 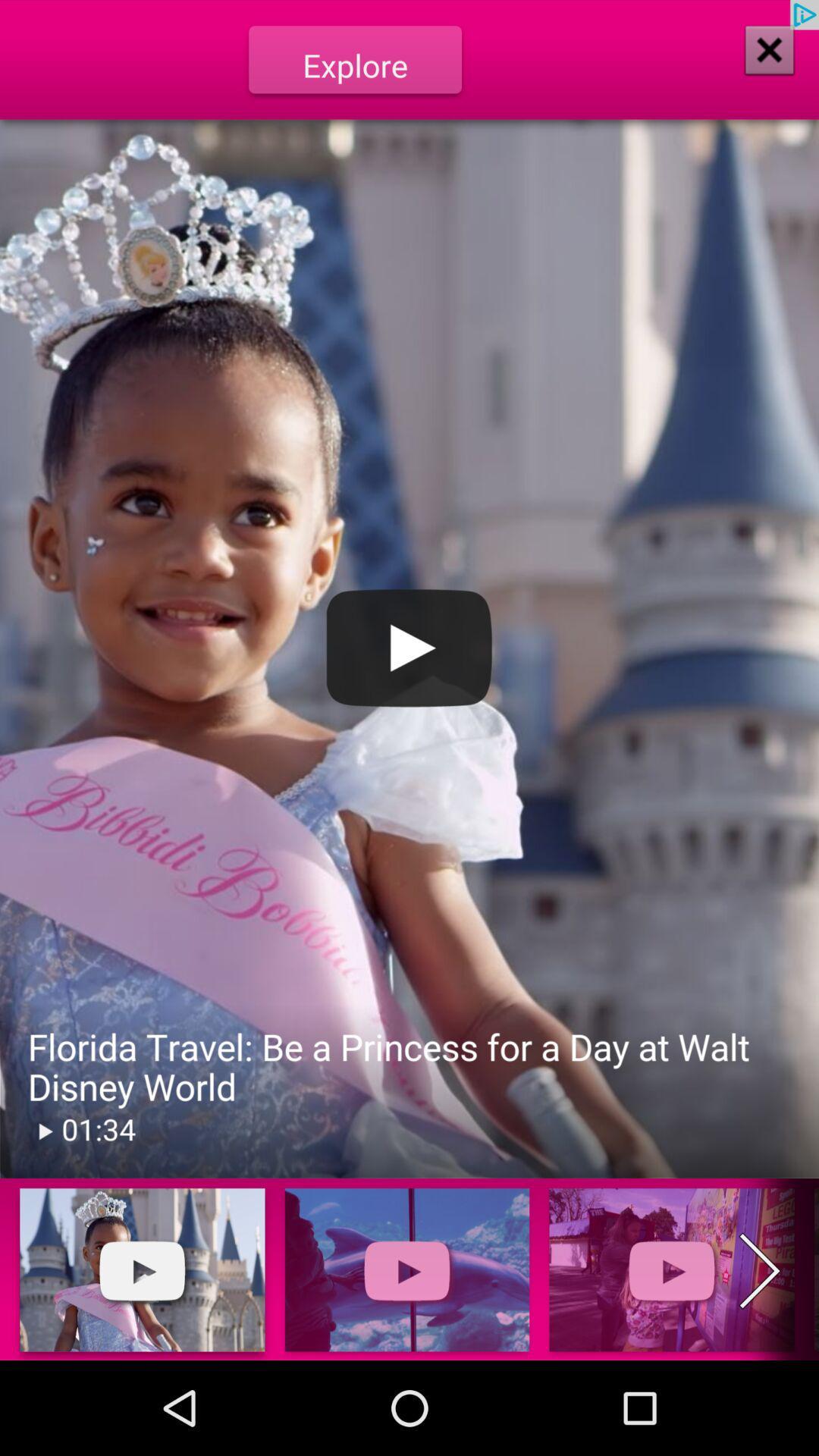 I want to click on the close icon, so click(x=769, y=53).